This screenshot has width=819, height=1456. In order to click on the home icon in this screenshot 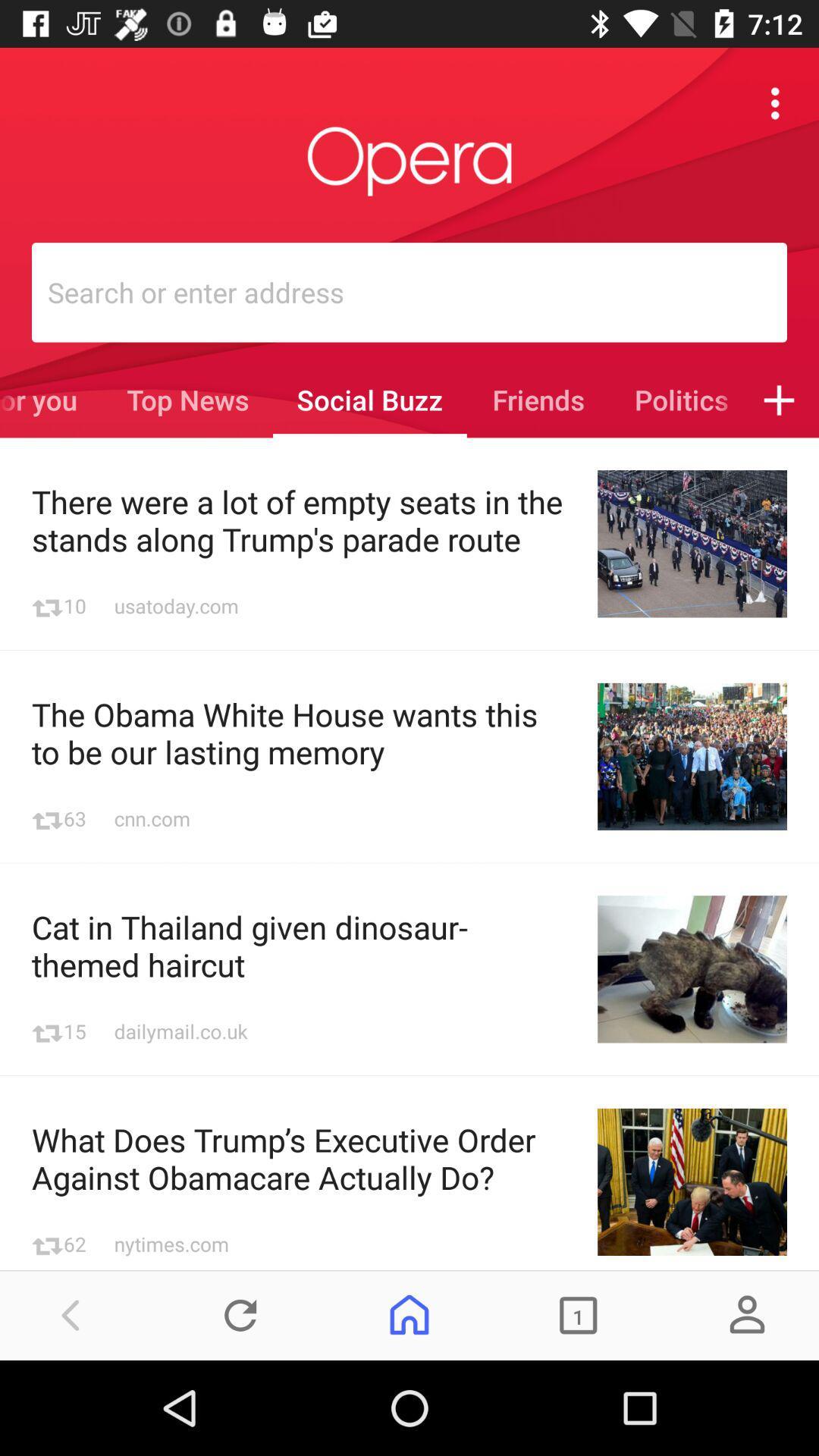, I will do `click(409, 1314)`.